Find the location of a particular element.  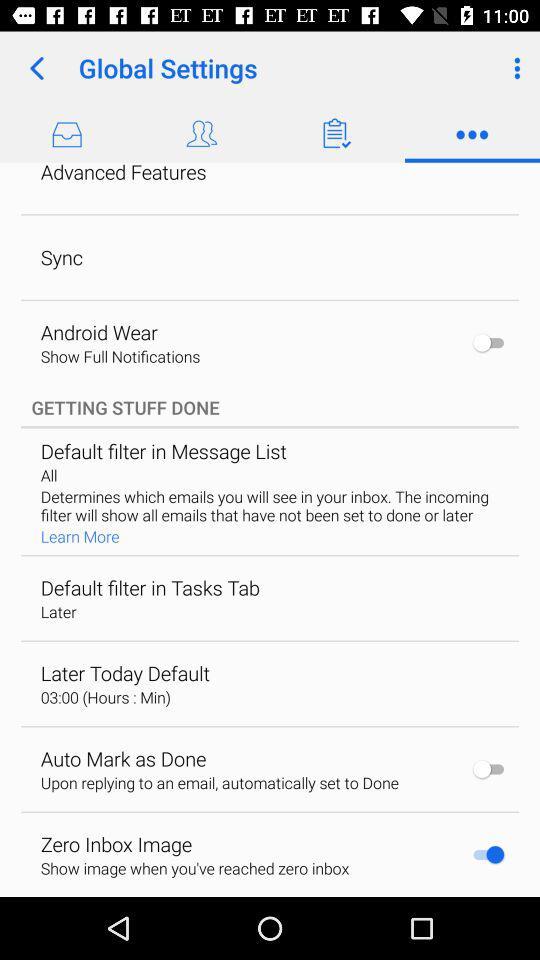

icon to the left of the global settings icon is located at coordinates (36, 68).